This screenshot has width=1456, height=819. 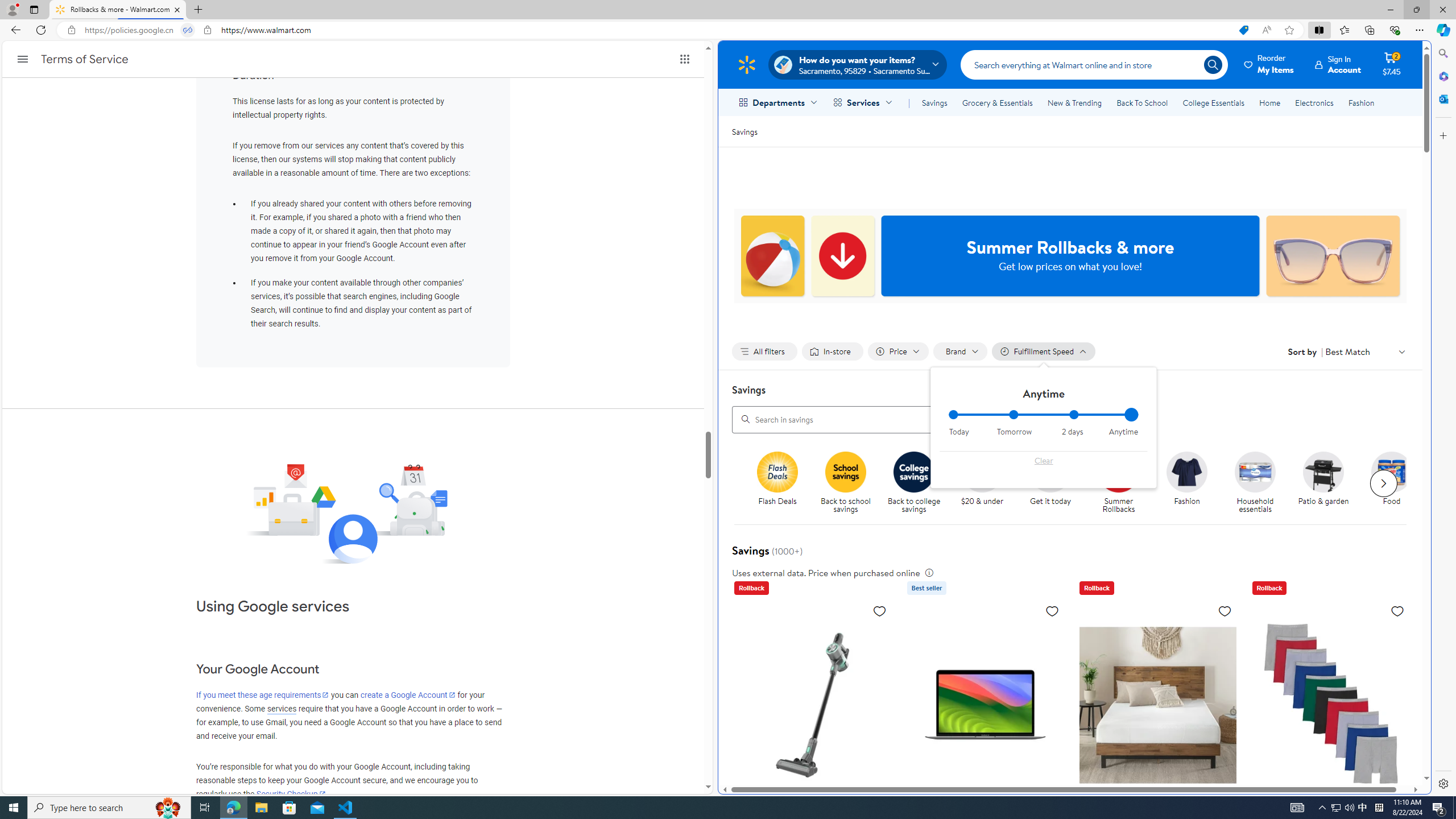 I want to click on 'Fashion Fashion', so click(x=1187, y=479).